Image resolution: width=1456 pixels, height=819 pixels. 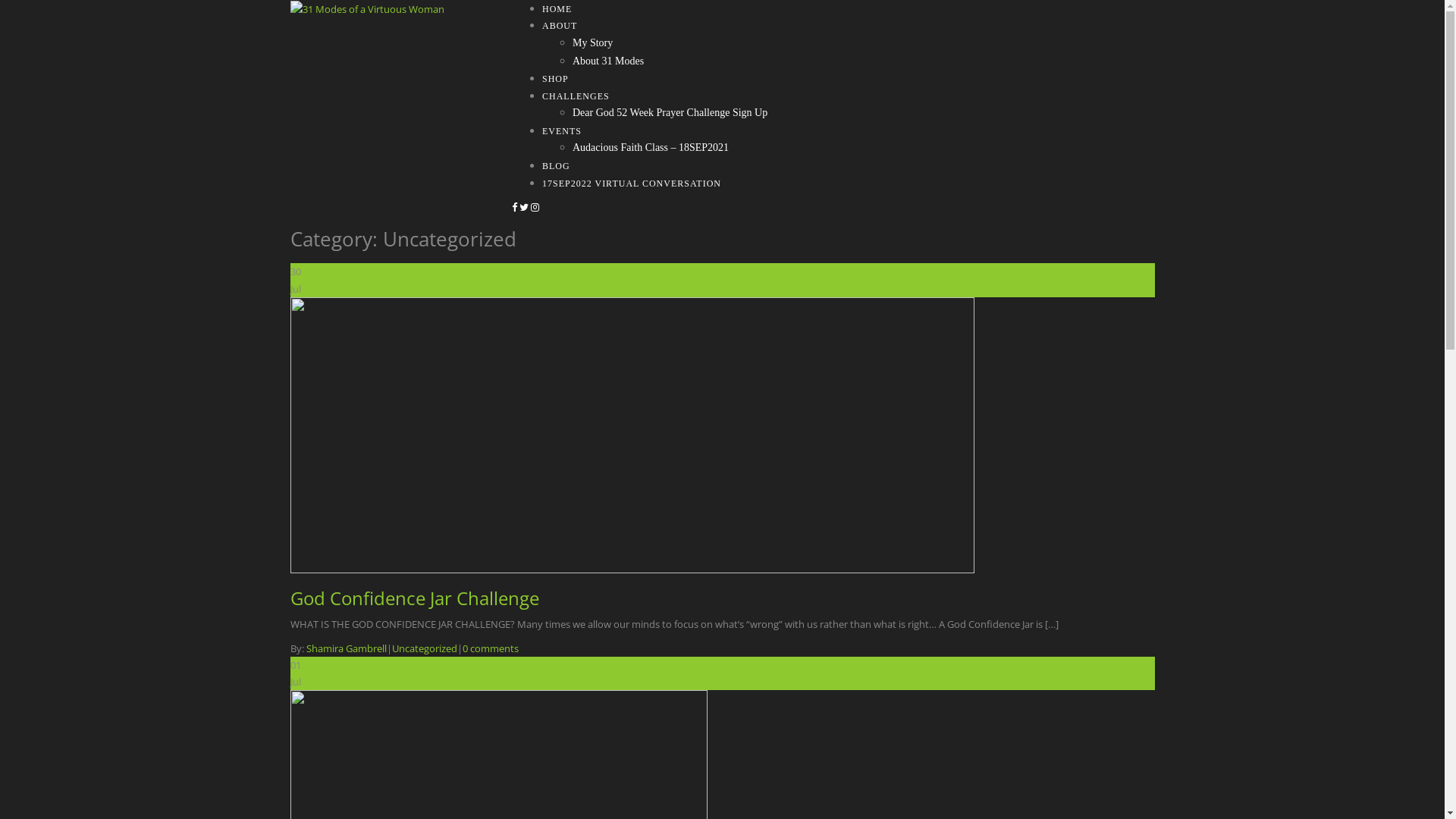 What do you see at coordinates (423, 648) in the screenshot?
I see `'Uncategorized'` at bounding box center [423, 648].